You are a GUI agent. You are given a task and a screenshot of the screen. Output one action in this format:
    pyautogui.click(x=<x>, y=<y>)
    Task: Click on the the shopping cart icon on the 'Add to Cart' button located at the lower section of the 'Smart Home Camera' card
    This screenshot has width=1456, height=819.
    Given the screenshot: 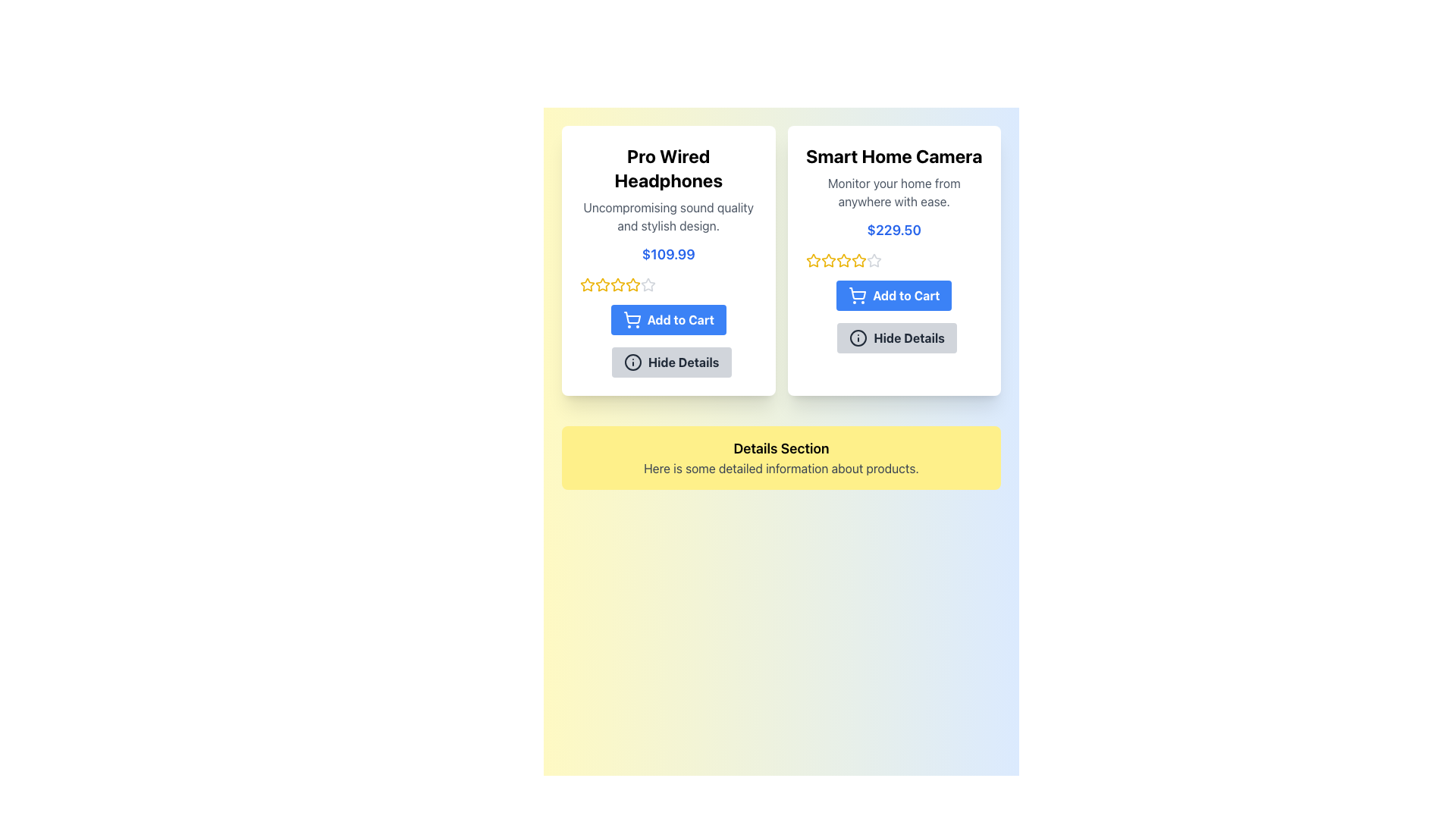 What is the action you would take?
    pyautogui.click(x=858, y=295)
    